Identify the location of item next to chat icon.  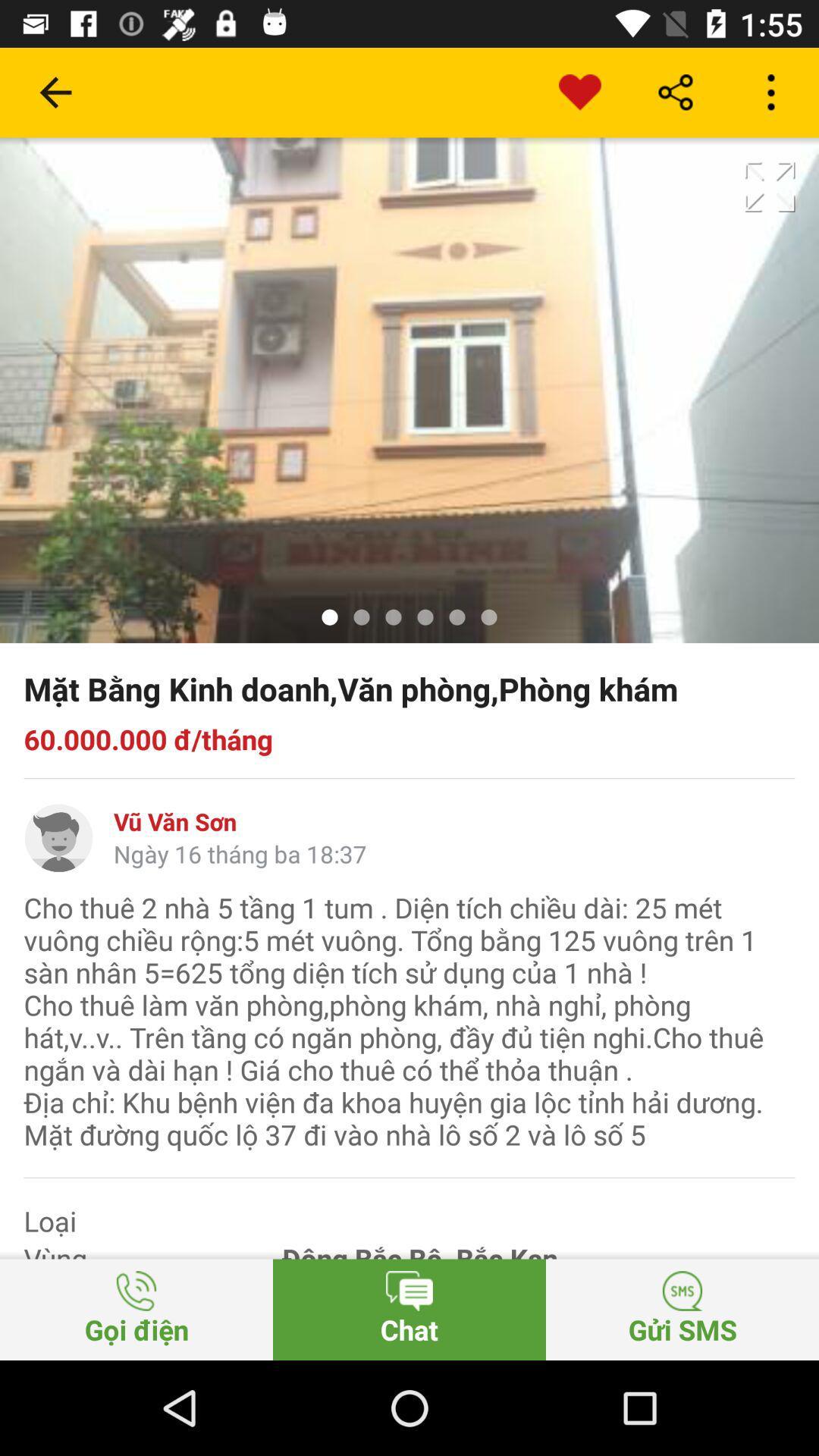
(681, 1309).